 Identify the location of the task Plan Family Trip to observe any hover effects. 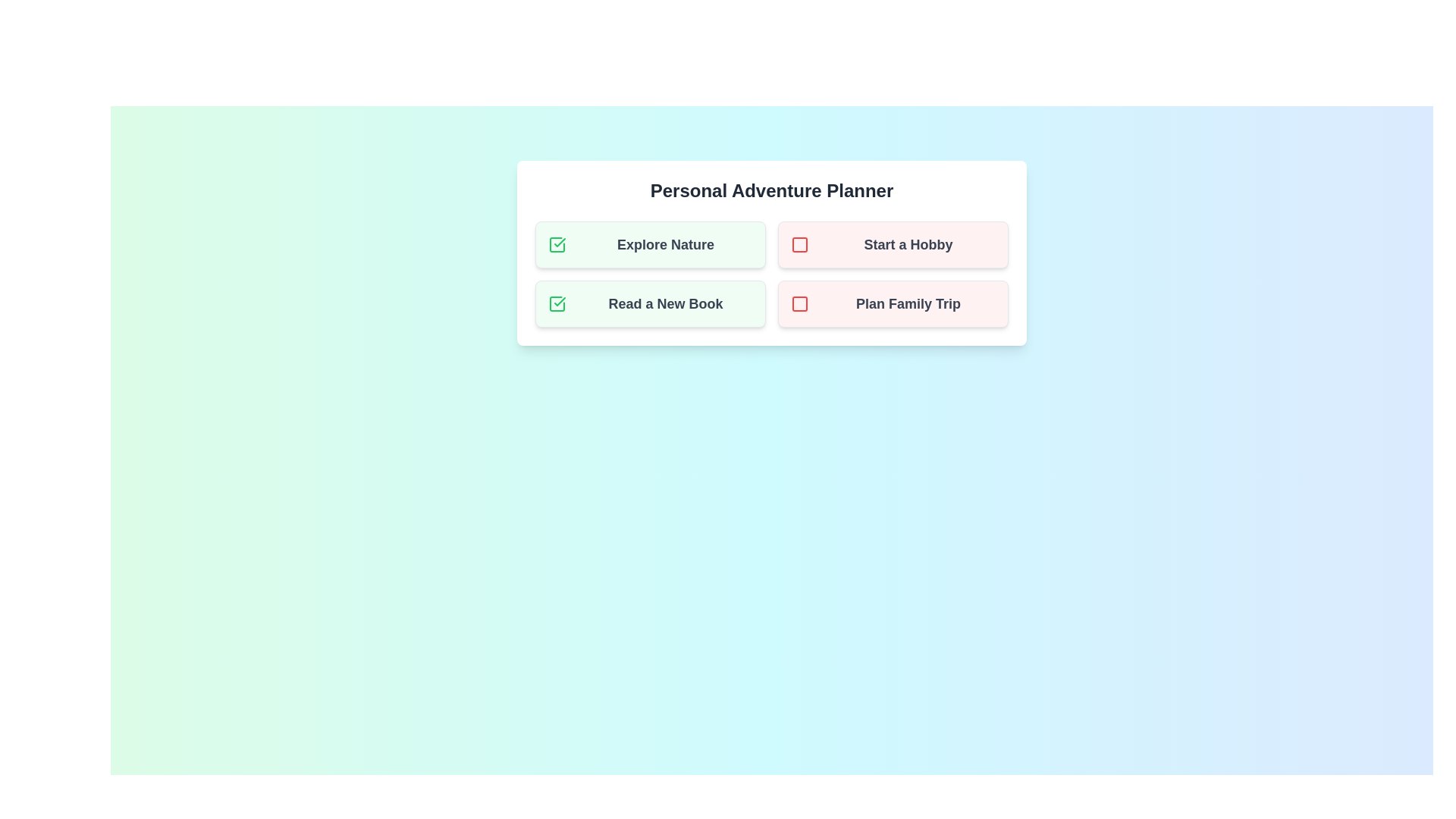
(893, 304).